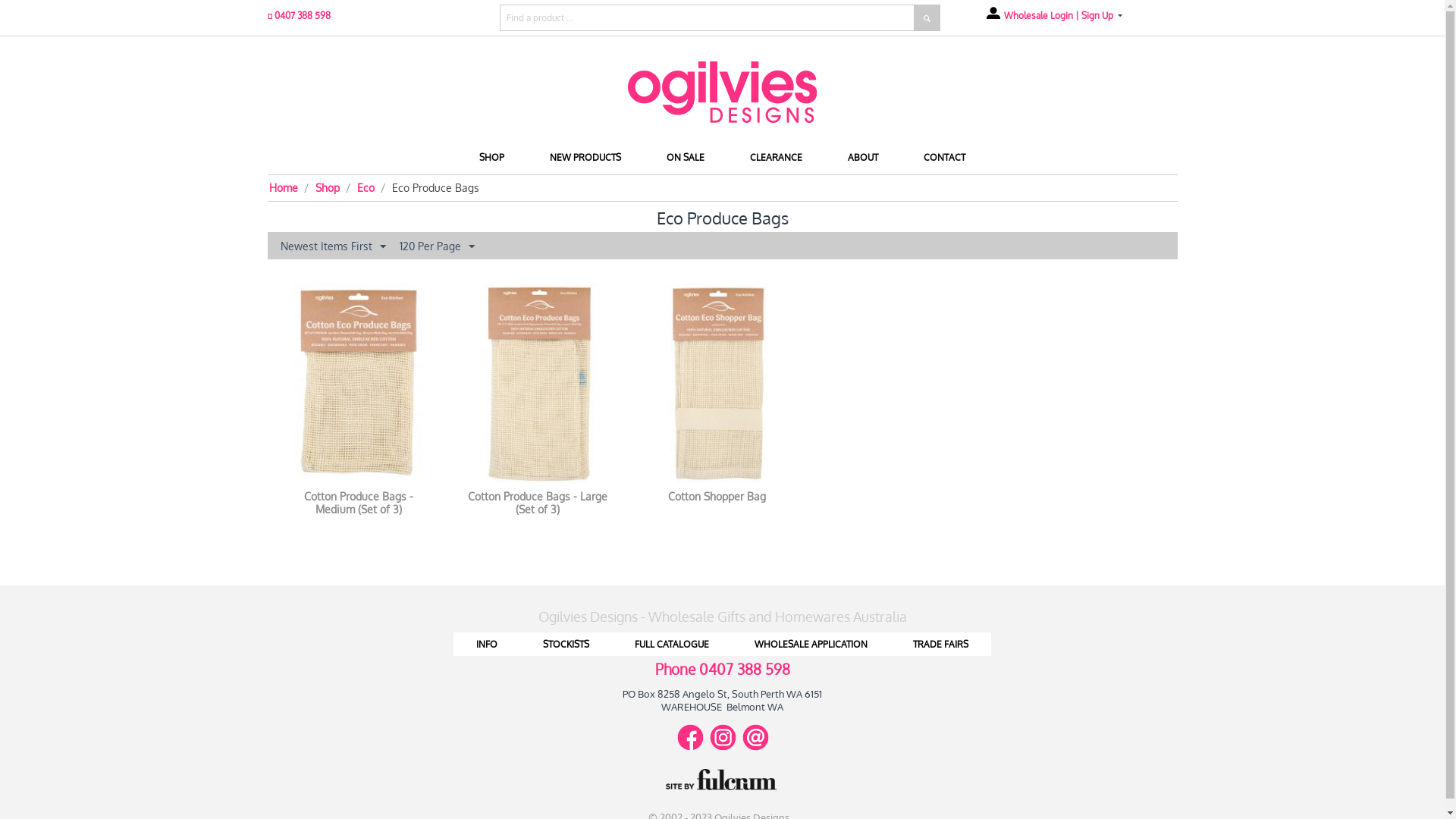  I want to click on 'TRADE FAIRS', so click(940, 644).